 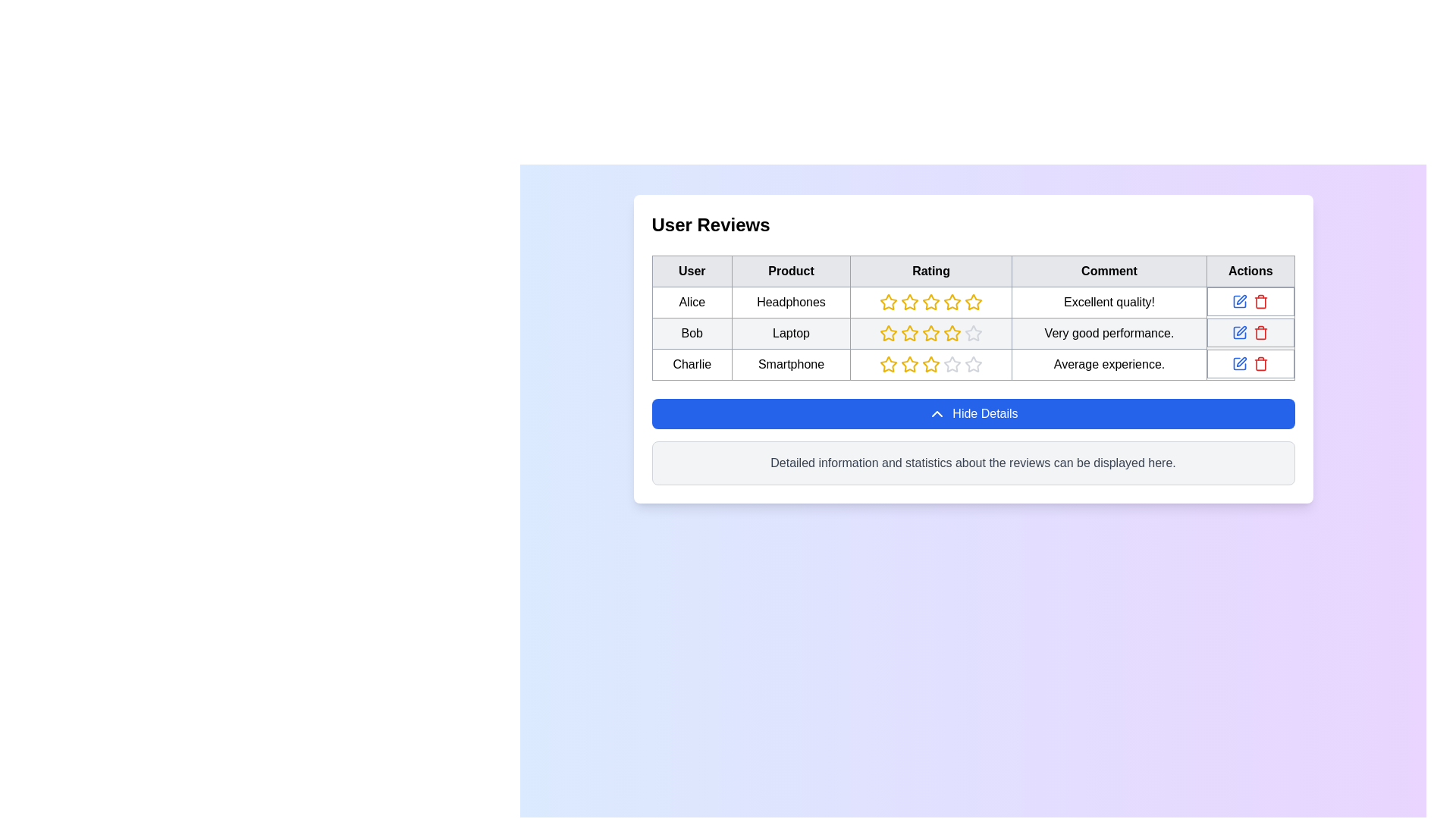 I want to click on the group of stars representing the rating for the product 'Smartphone', so click(x=930, y=365).